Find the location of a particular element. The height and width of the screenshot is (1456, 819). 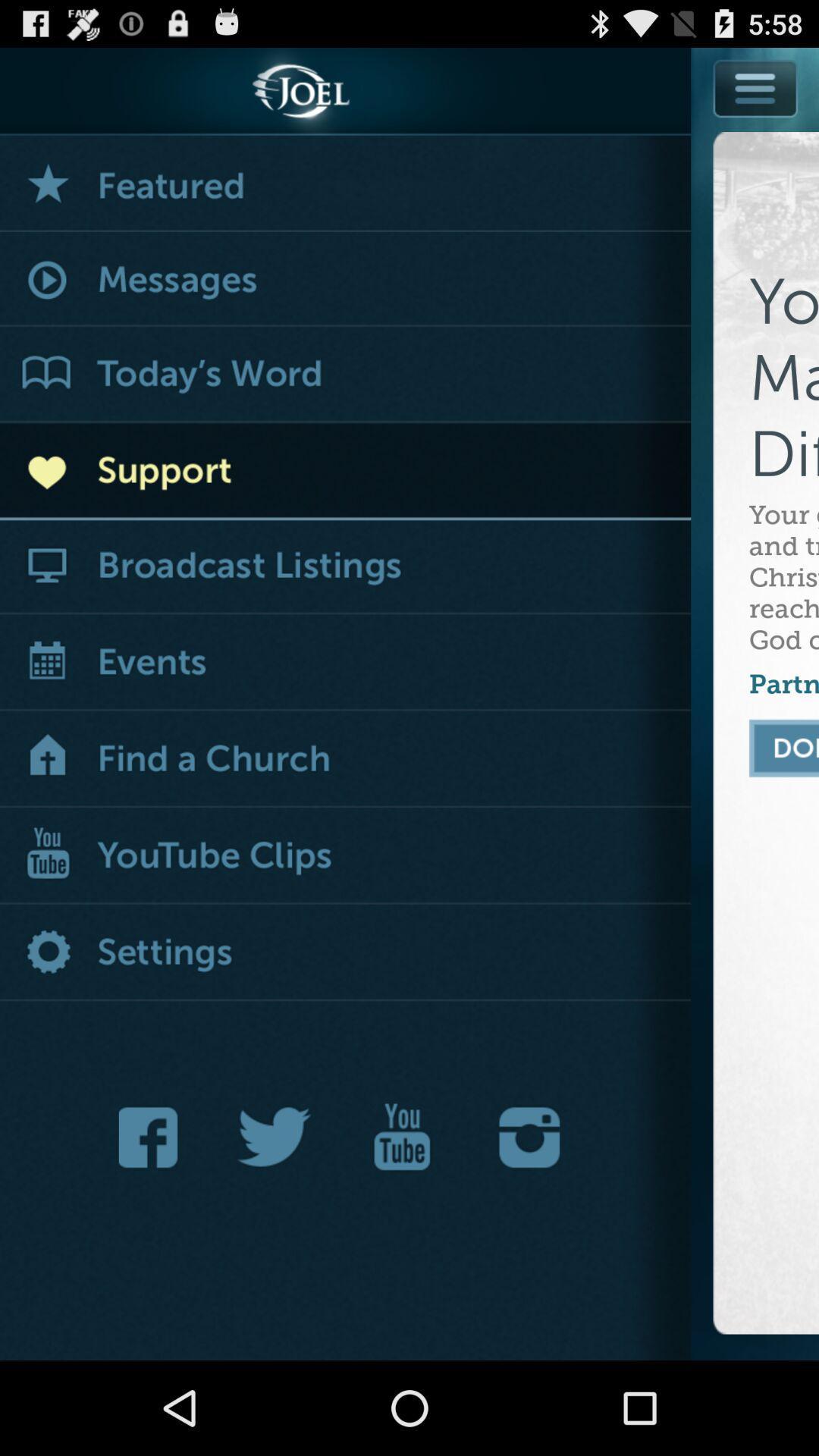

tap to donate is located at coordinates (784, 748).